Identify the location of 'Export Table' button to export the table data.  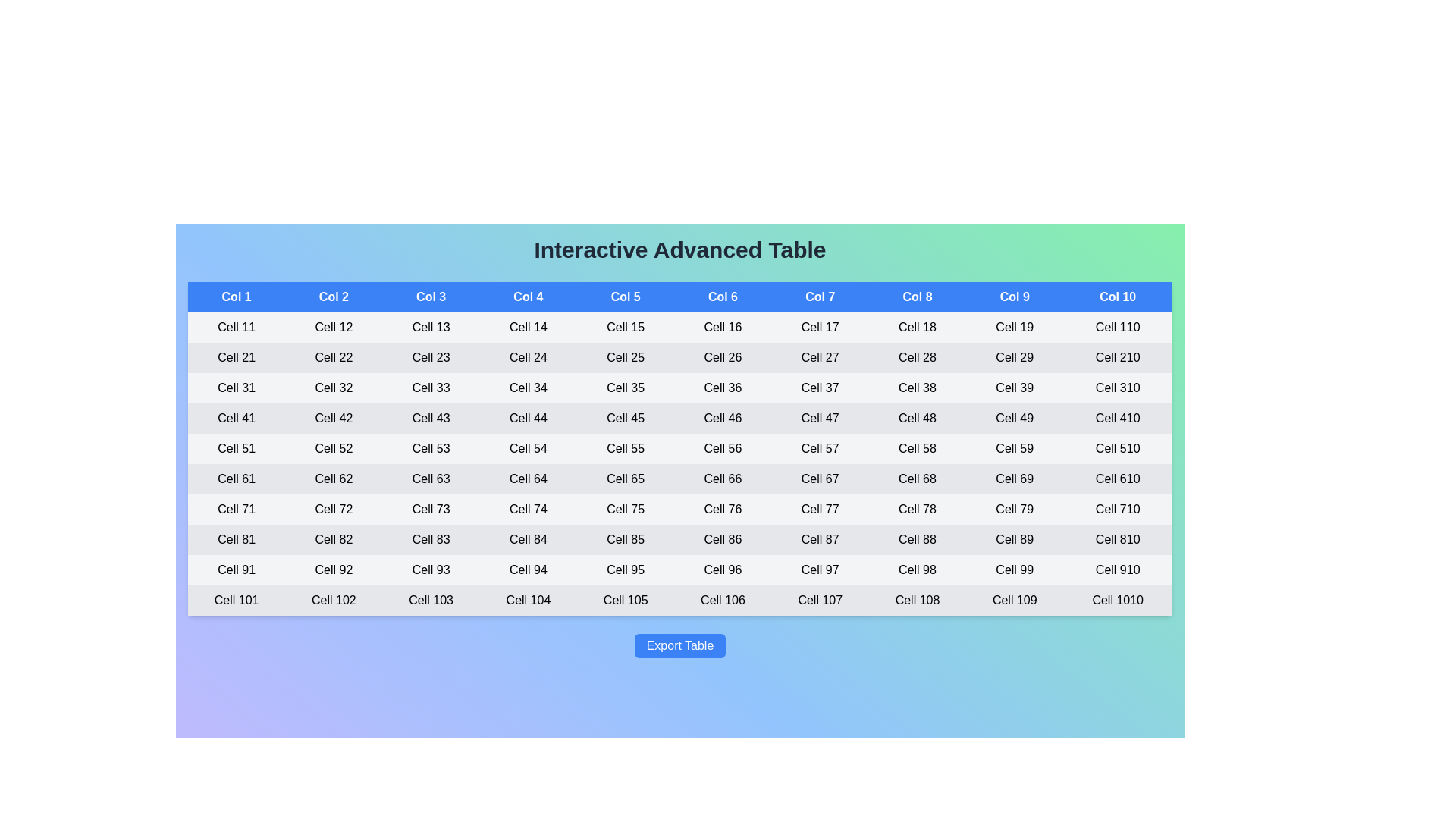
(679, 646).